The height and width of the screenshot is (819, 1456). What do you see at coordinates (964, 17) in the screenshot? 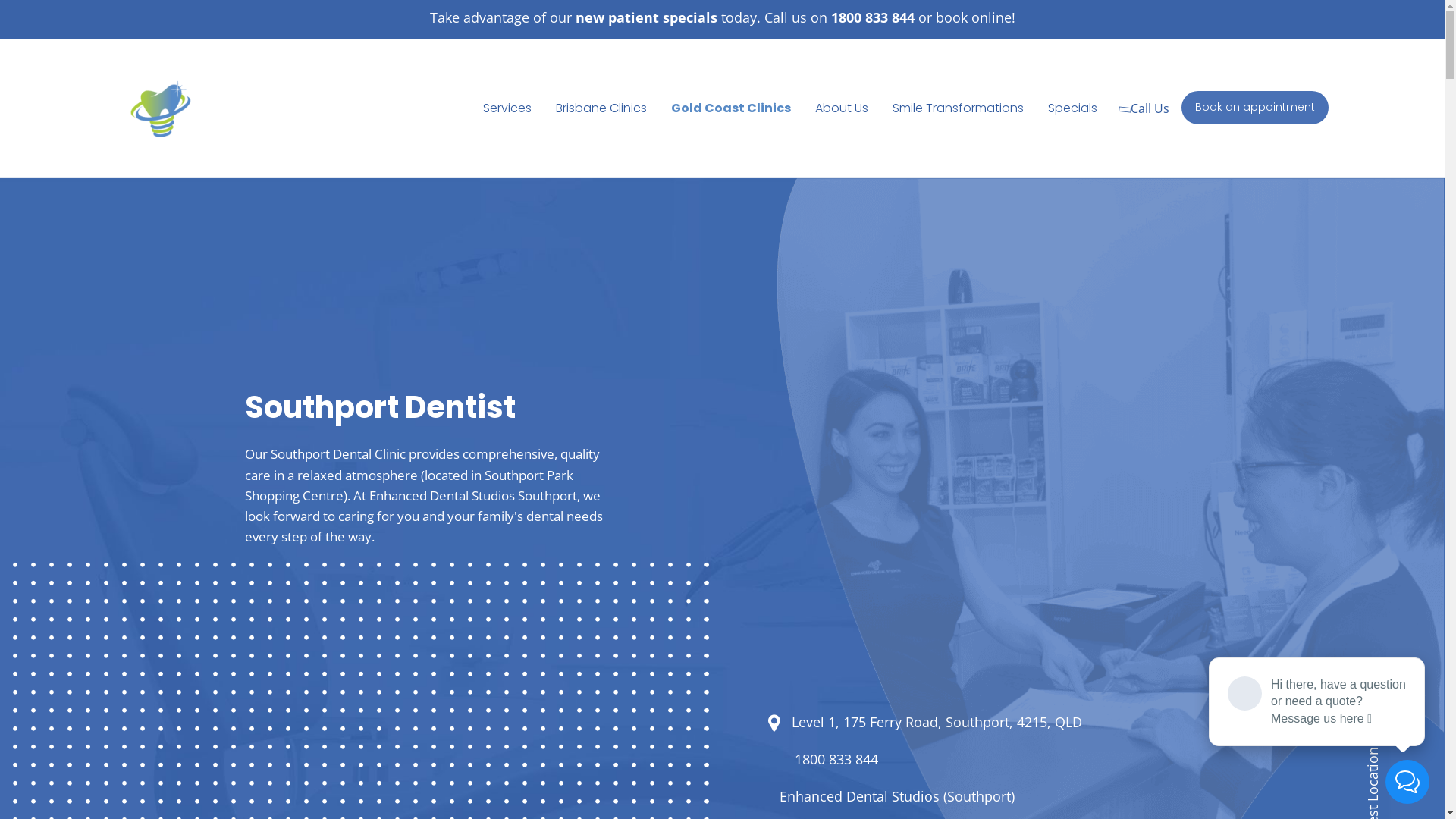
I see `'or book online!'` at bounding box center [964, 17].